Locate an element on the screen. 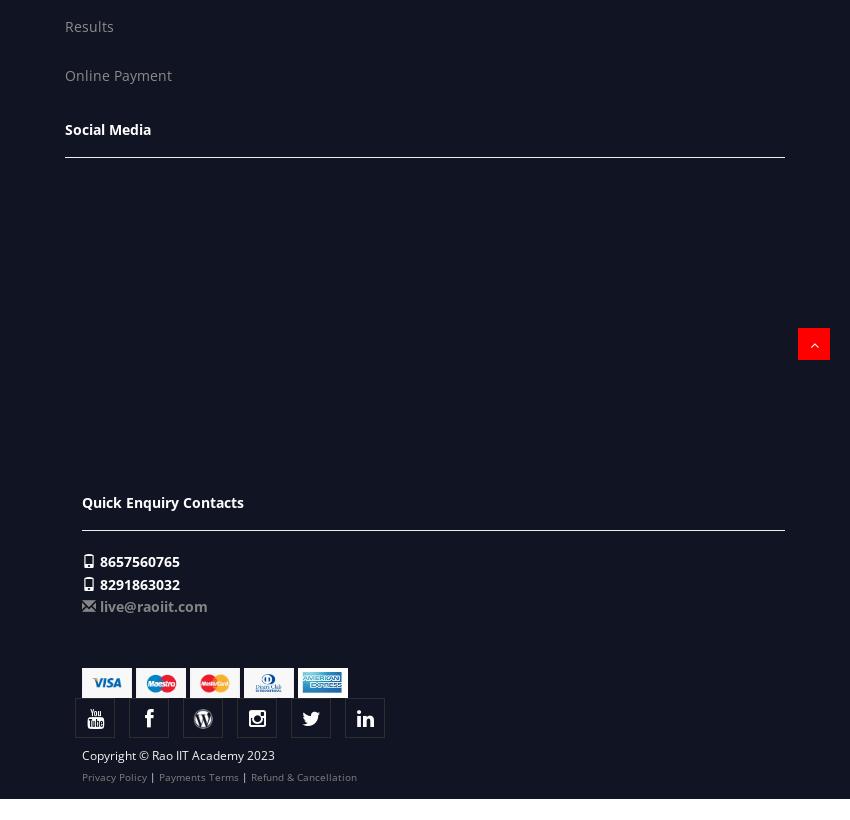 This screenshot has width=850, height=820. 'Social Media' is located at coordinates (107, 127).